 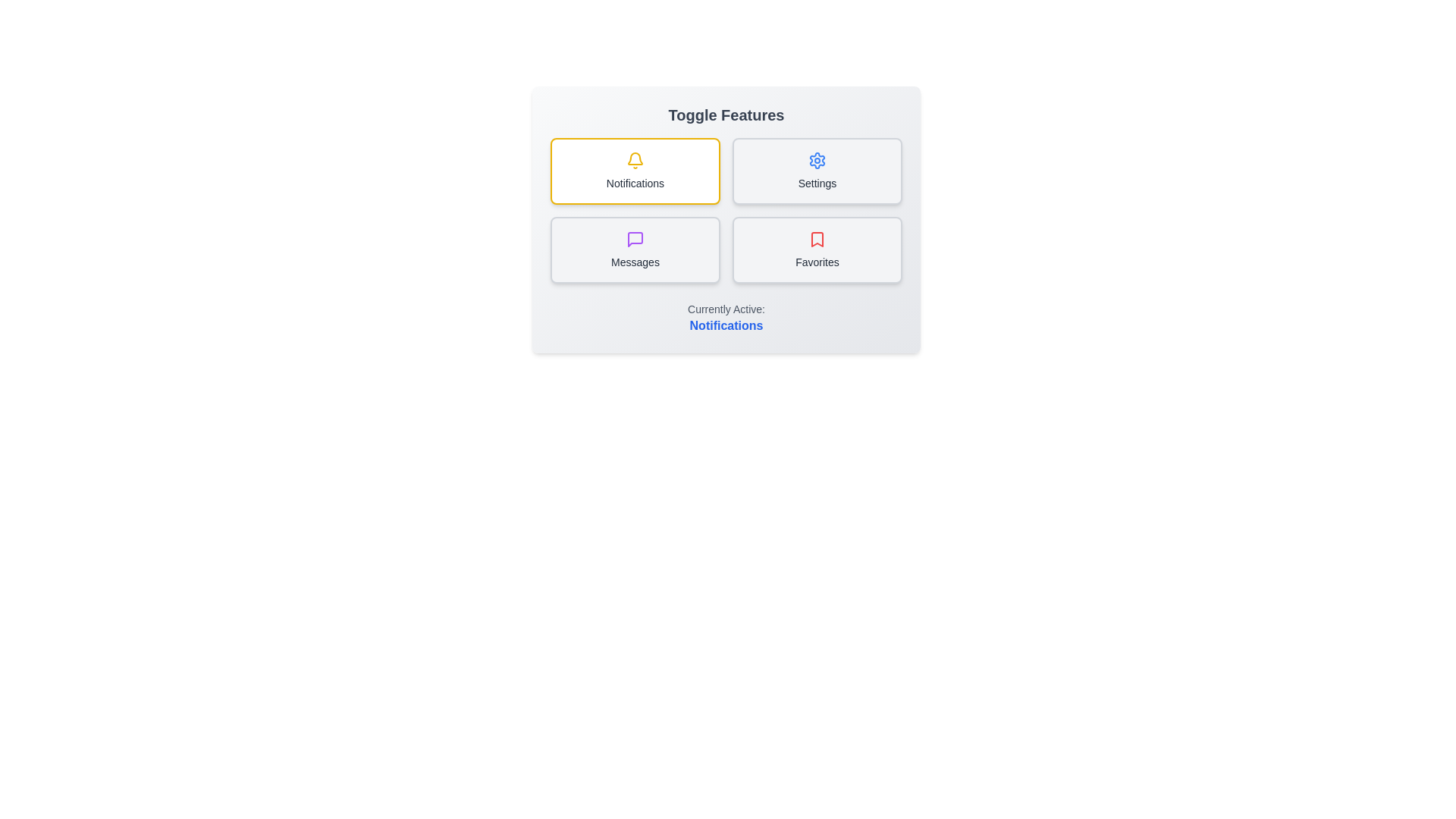 What do you see at coordinates (817, 249) in the screenshot?
I see `the toggle option Favorites by clicking on its corresponding button` at bounding box center [817, 249].